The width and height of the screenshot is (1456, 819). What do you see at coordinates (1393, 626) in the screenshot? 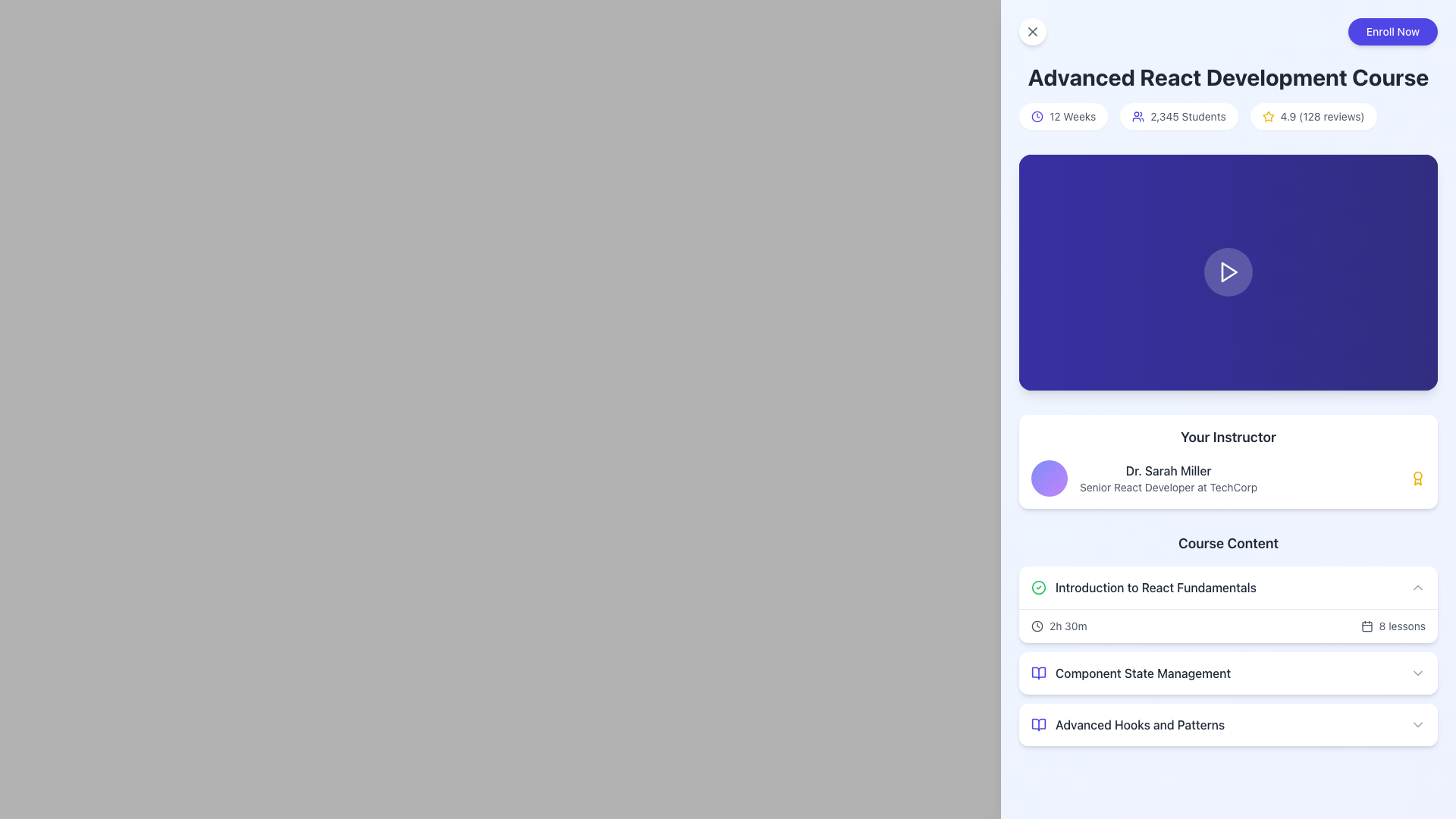
I see `the text label indicating the number of lessons in the 'Introduction to React Fundamentals' module, located beneath the 'Course Content' heading, to the right of the '2h 30m' text` at bounding box center [1393, 626].